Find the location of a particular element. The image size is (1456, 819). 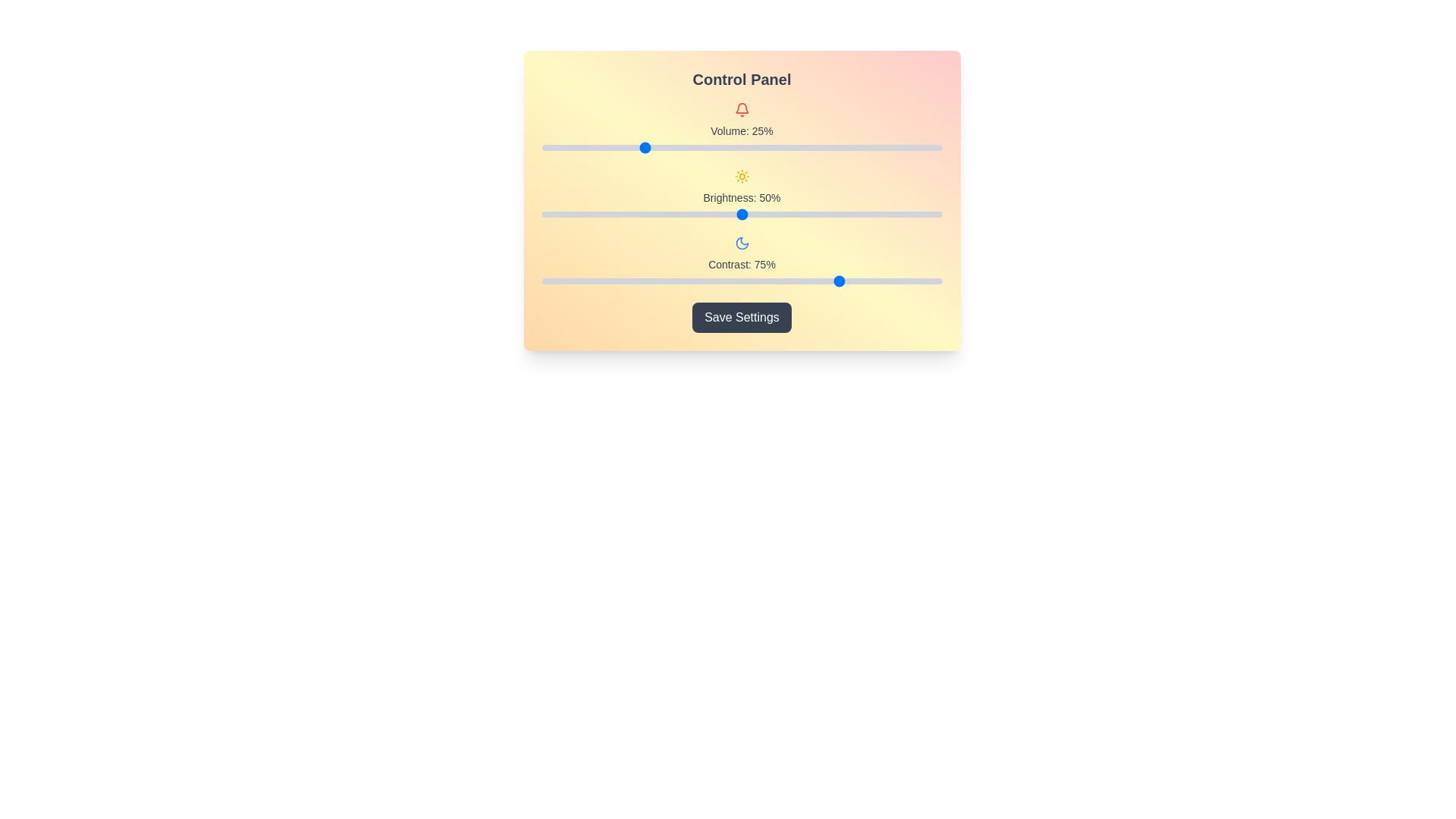

contrast is located at coordinates (685, 281).